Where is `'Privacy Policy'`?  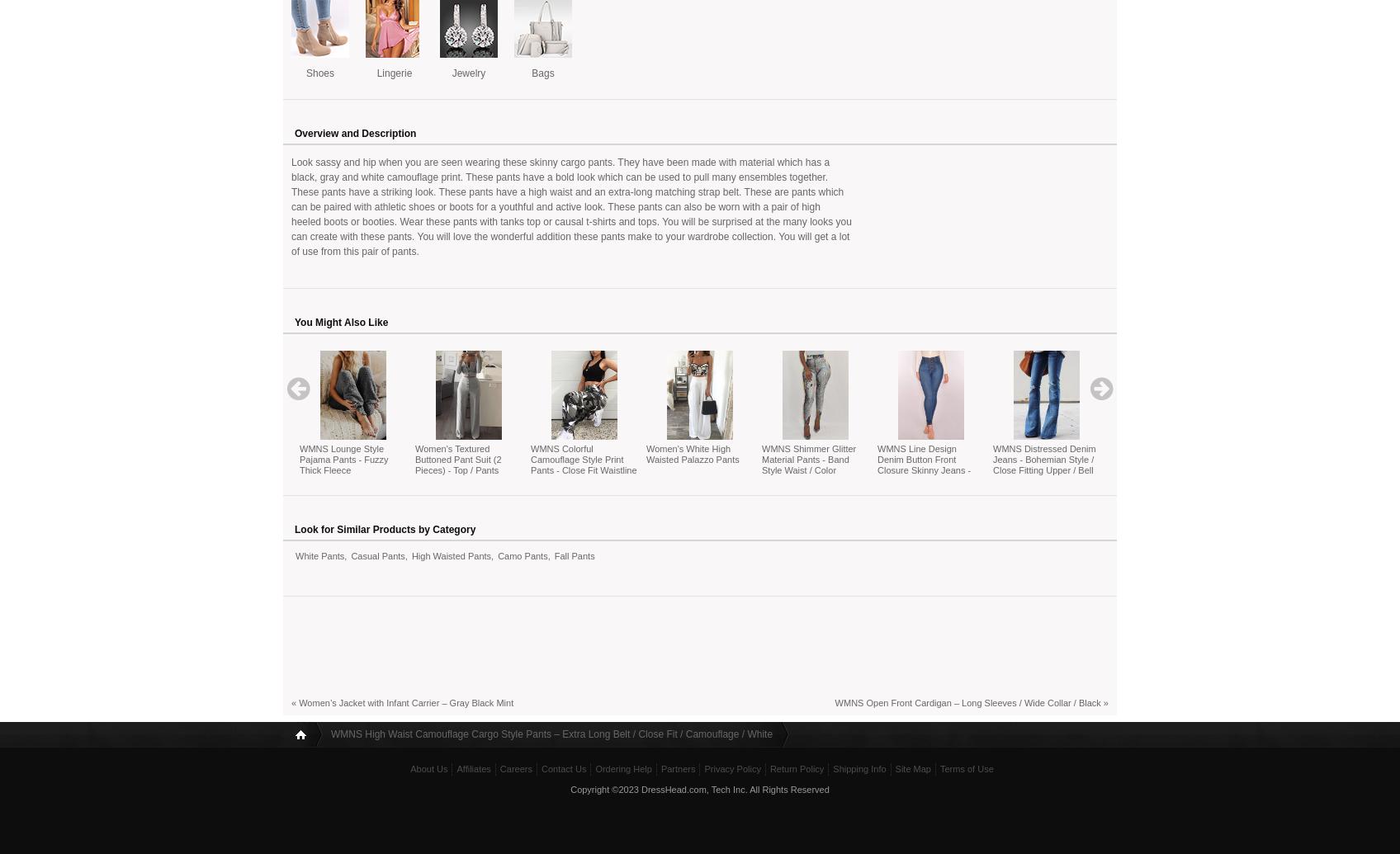
'Privacy Policy' is located at coordinates (732, 768).